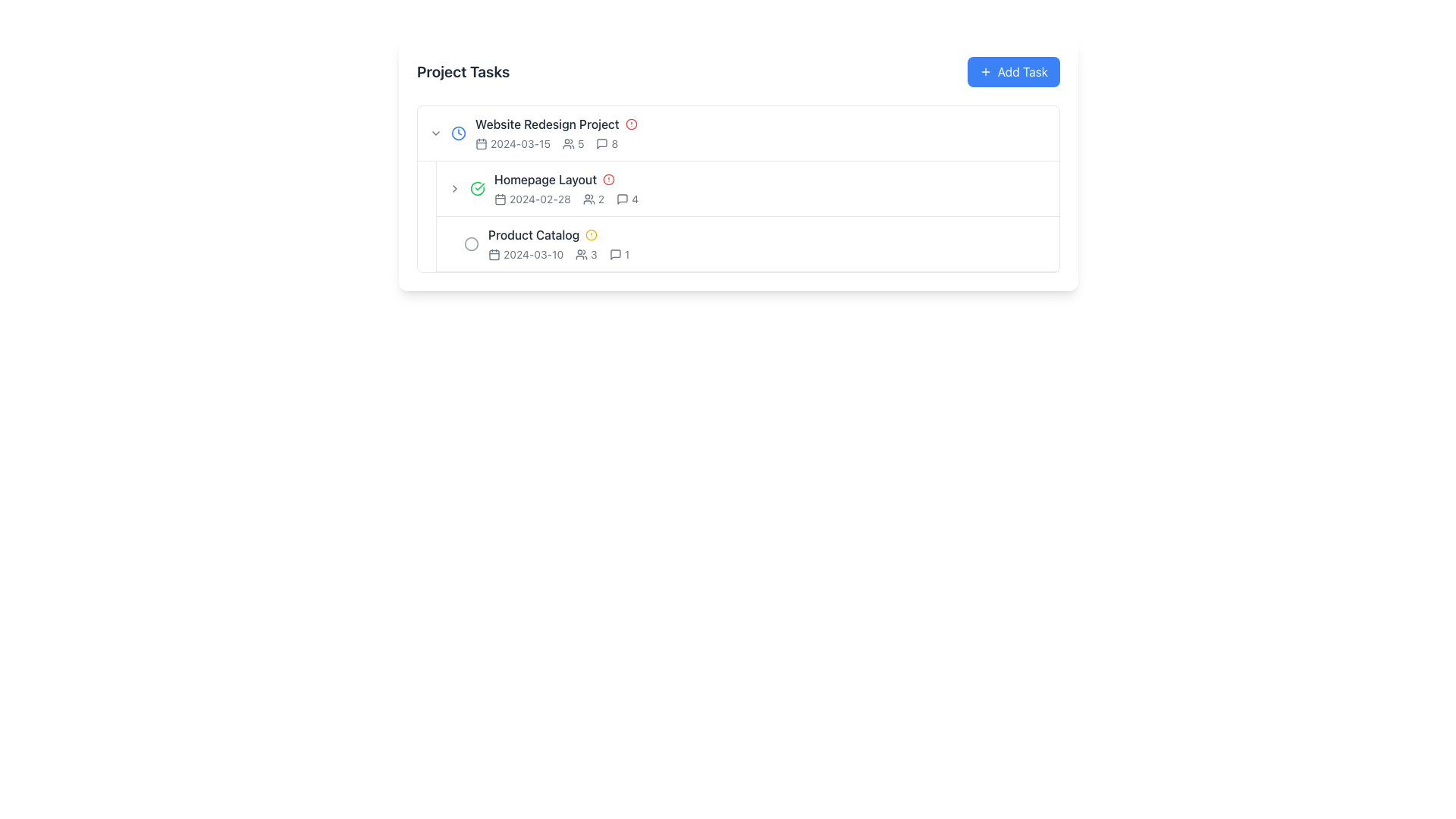 The image size is (1456, 819). What do you see at coordinates (772, 188) in the screenshot?
I see `the second list item labeled 'Homepage Layout' to focus or expand its details` at bounding box center [772, 188].